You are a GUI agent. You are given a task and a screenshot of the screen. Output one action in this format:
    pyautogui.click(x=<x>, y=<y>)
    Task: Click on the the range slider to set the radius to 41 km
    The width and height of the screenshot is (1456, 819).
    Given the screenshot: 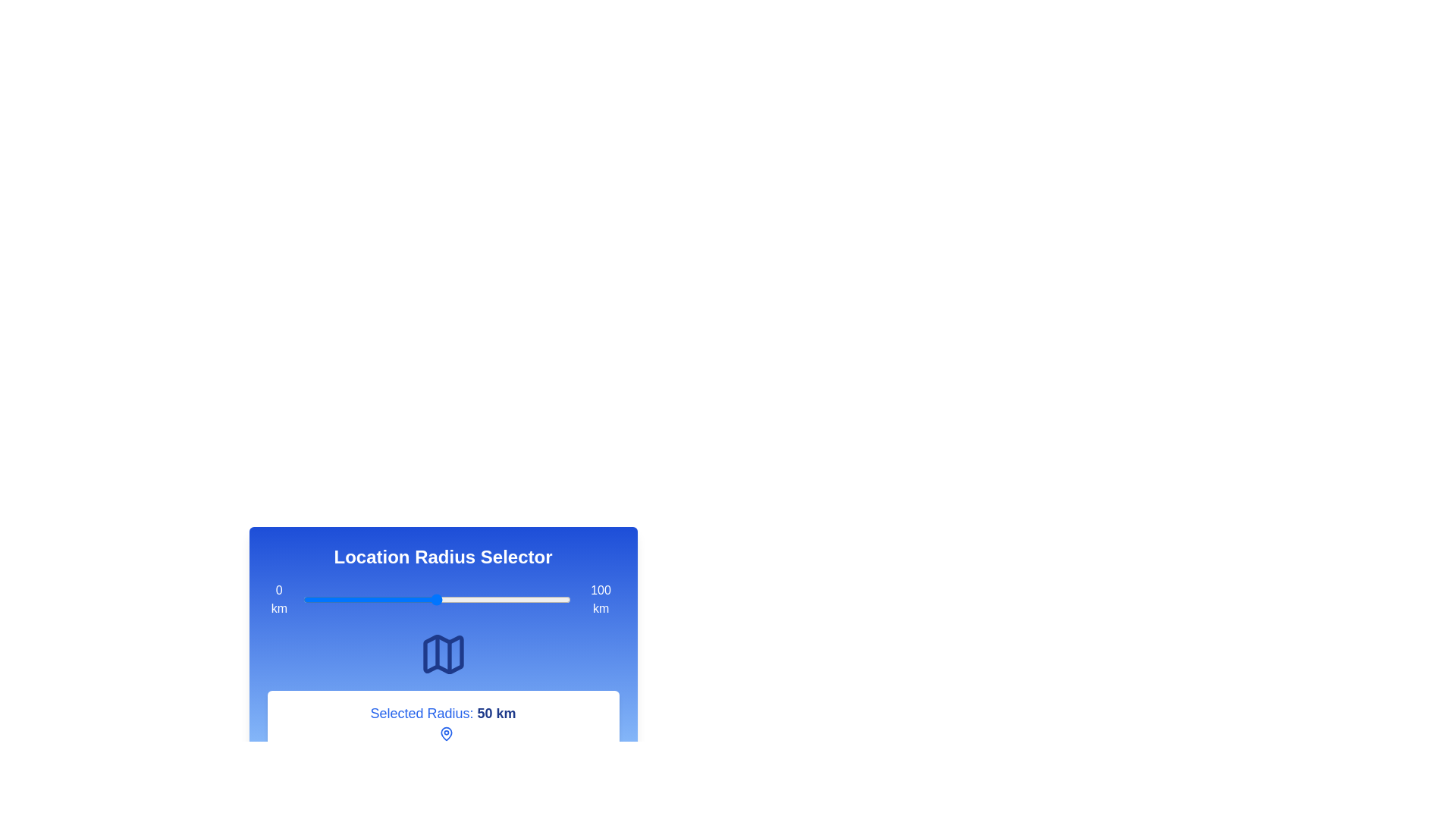 What is the action you would take?
    pyautogui.click(x=413, y=598)
    